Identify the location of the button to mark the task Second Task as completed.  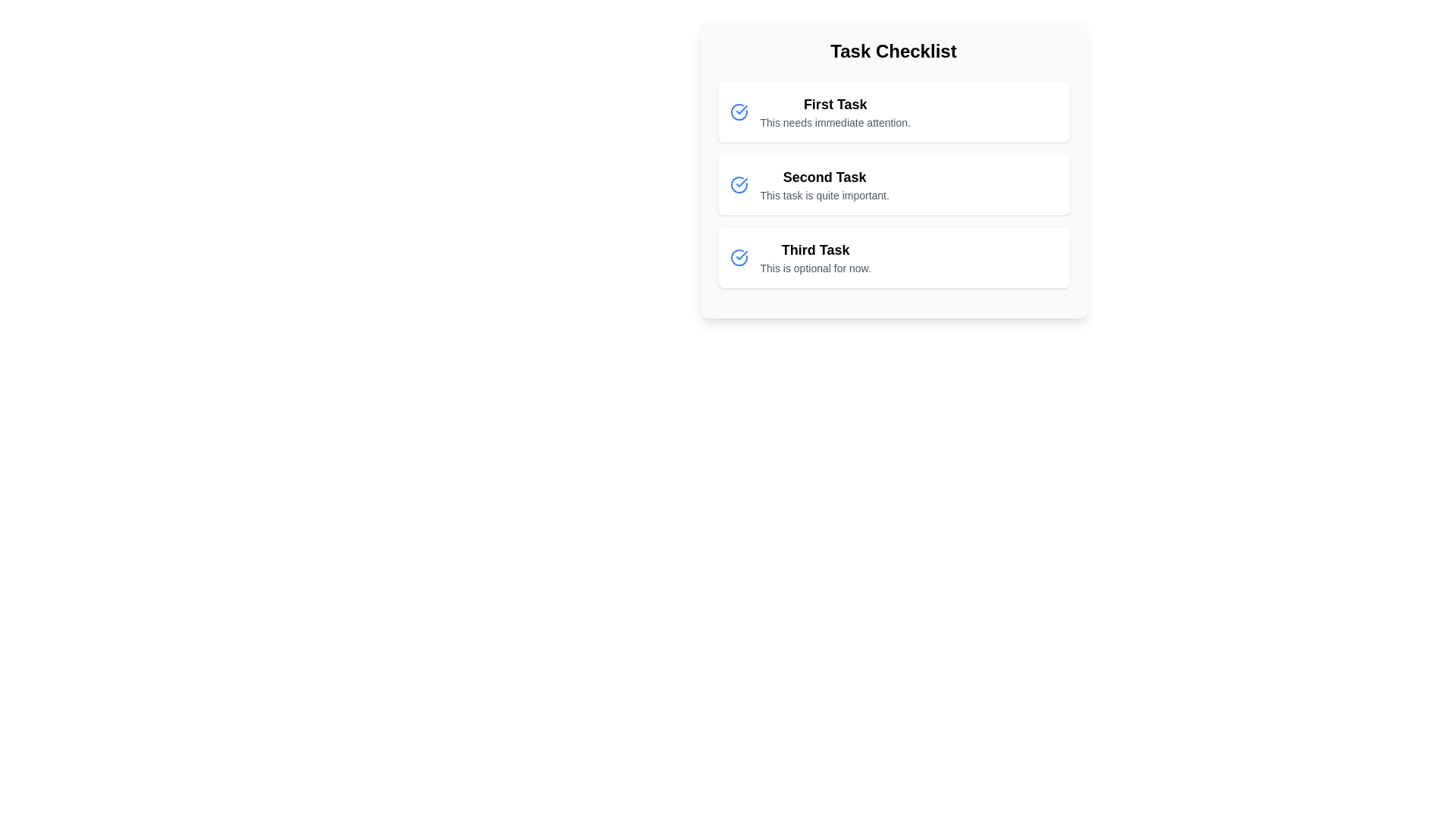
(739, 184).